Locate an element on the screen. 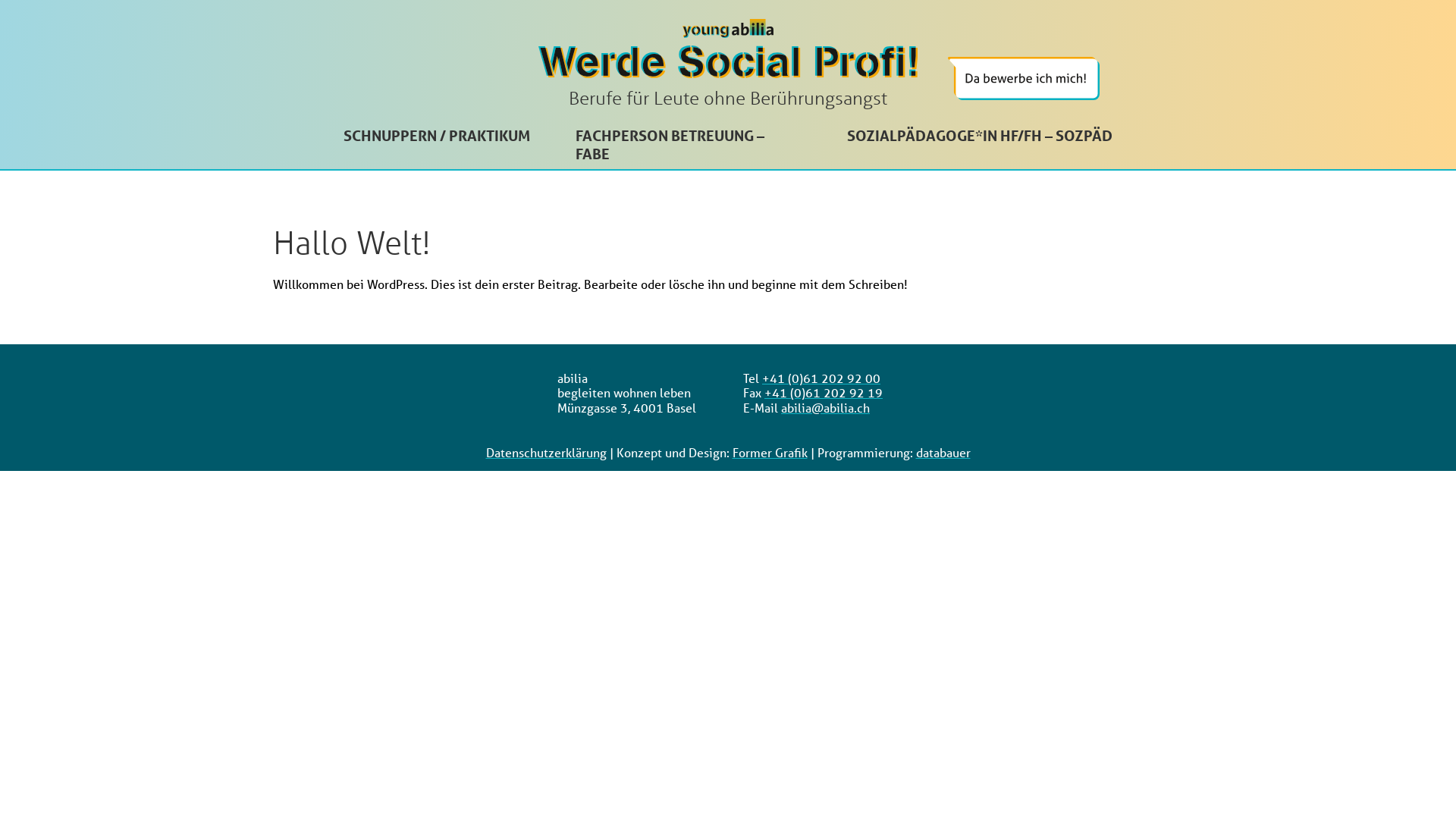 This screenshot has height=819, width=1456. 'SCHNUPPERN / PRAKTIKUM' is located at coordinates (436, 134).